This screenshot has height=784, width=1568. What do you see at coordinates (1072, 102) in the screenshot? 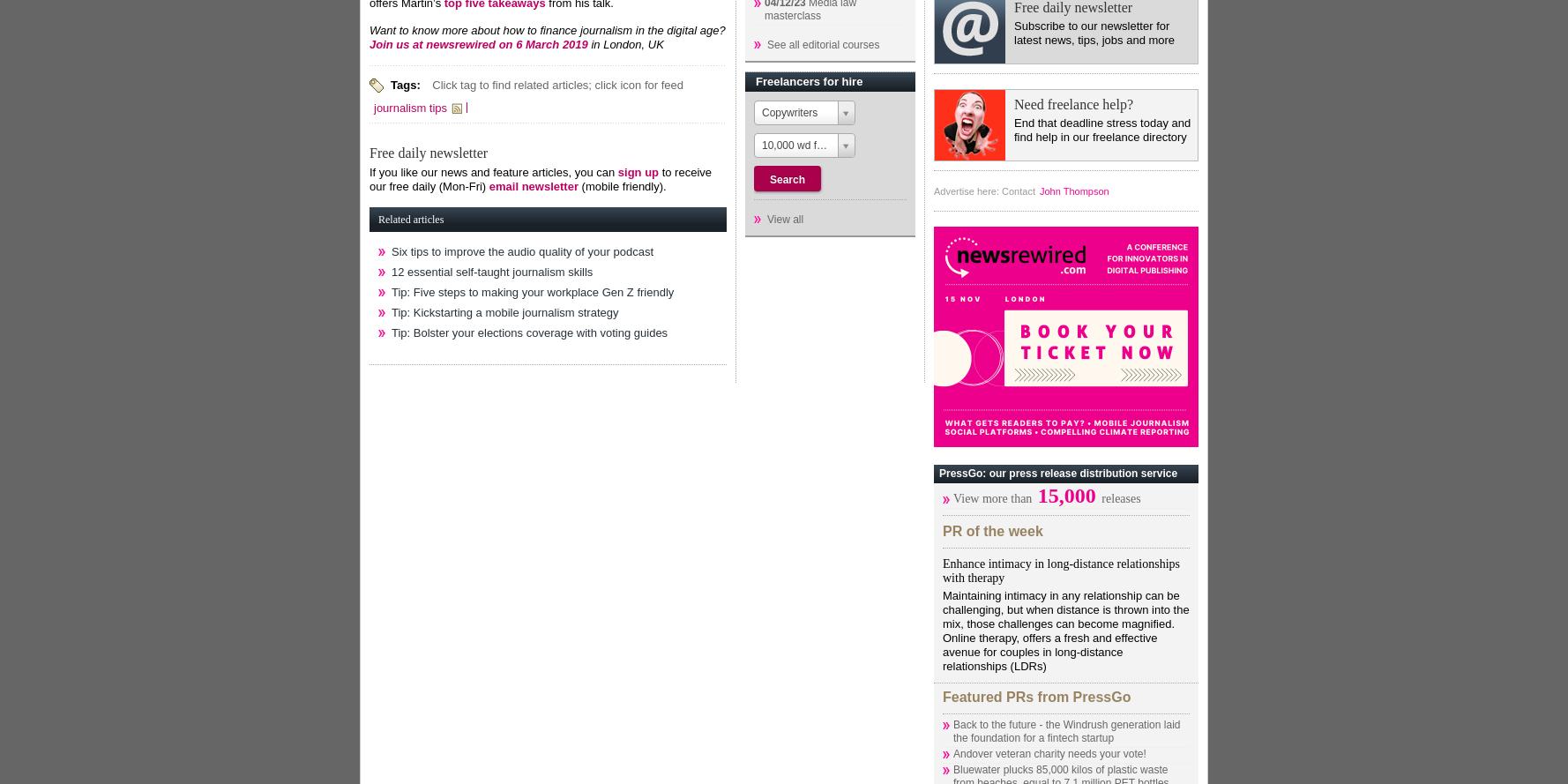
I see `'Need freelance help?'` at bounding box center [1072, 102].